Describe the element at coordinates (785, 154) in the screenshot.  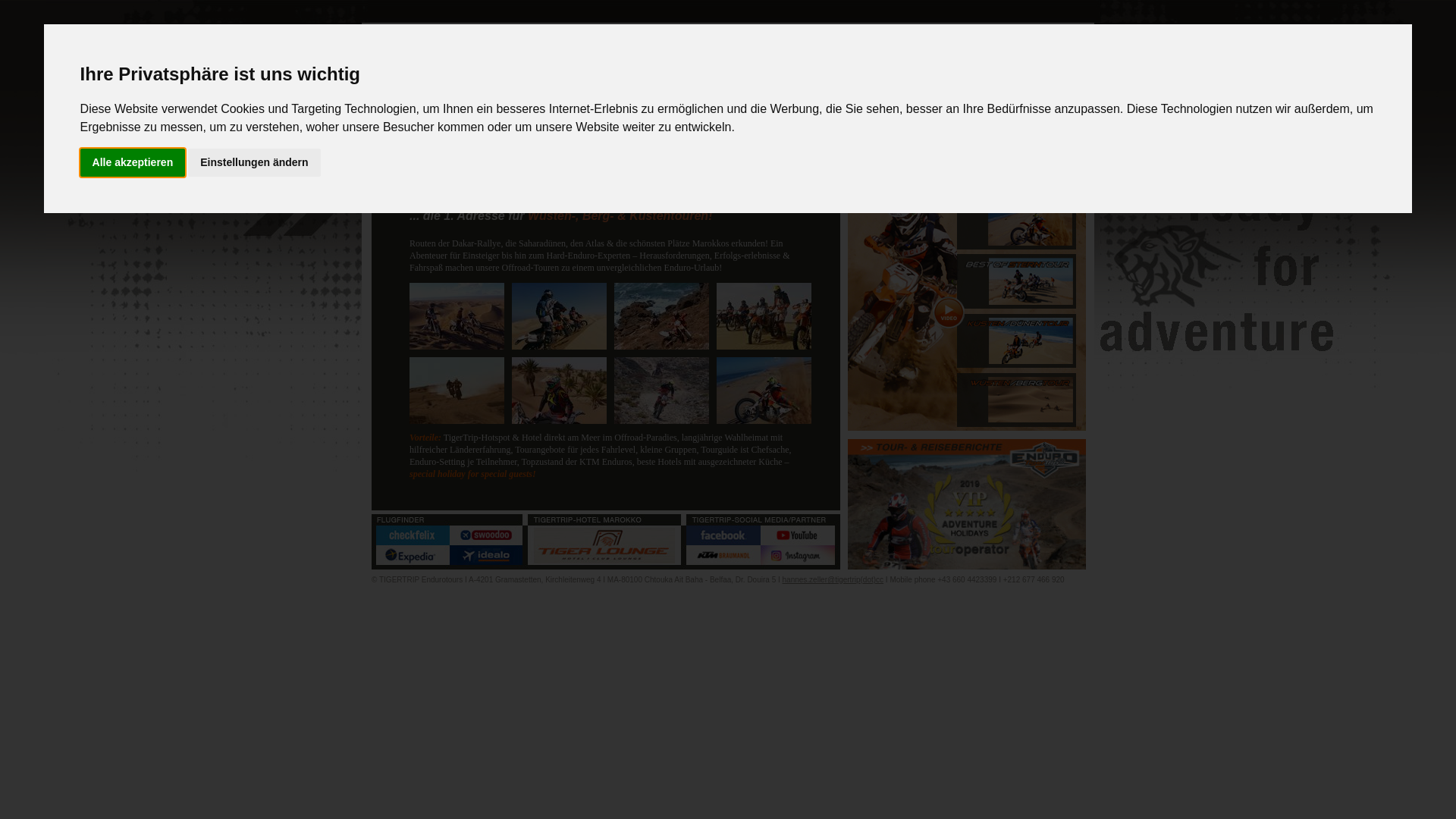
I see `'TERMINE/BUCHEN'` at that location.